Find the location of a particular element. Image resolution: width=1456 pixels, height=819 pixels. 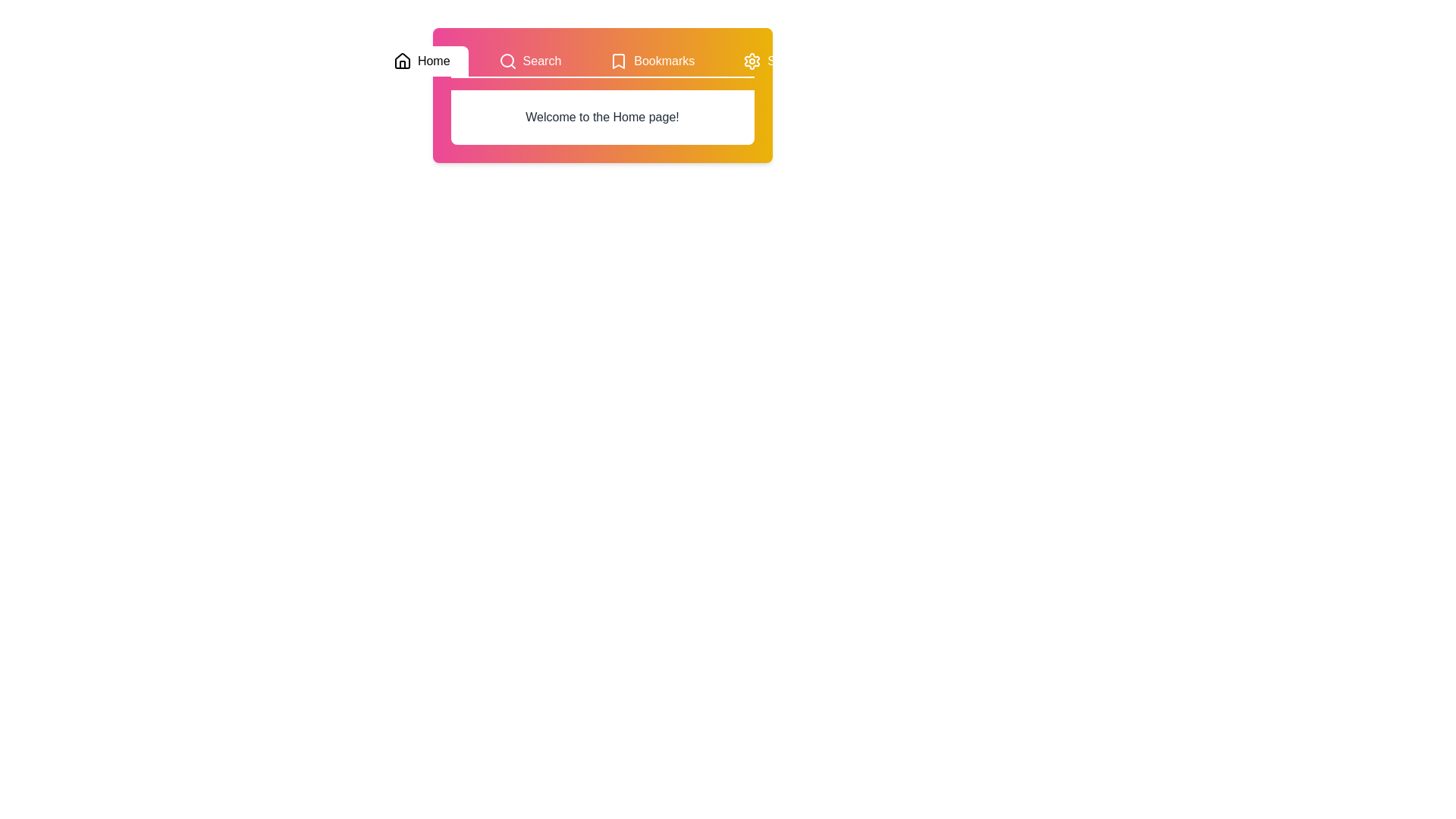

the tab labeled Bookmarks to preview its highlight effect is located at coordinates (652, 61).